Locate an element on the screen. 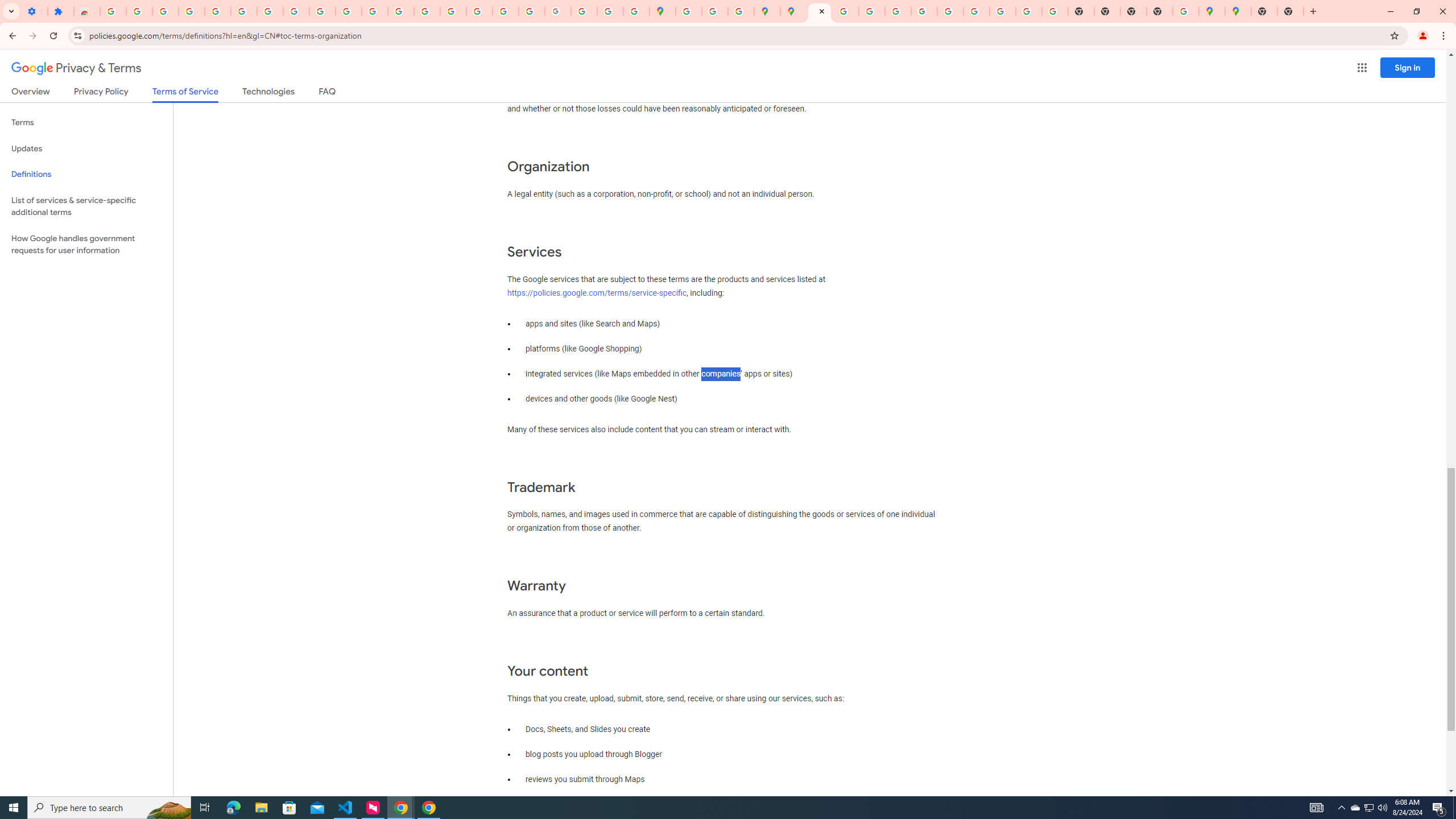 The width and height of the screenshot is (1456, 819). 'Learn how to find your photos - Google Photos Help' is located at coordinates (164, 11).